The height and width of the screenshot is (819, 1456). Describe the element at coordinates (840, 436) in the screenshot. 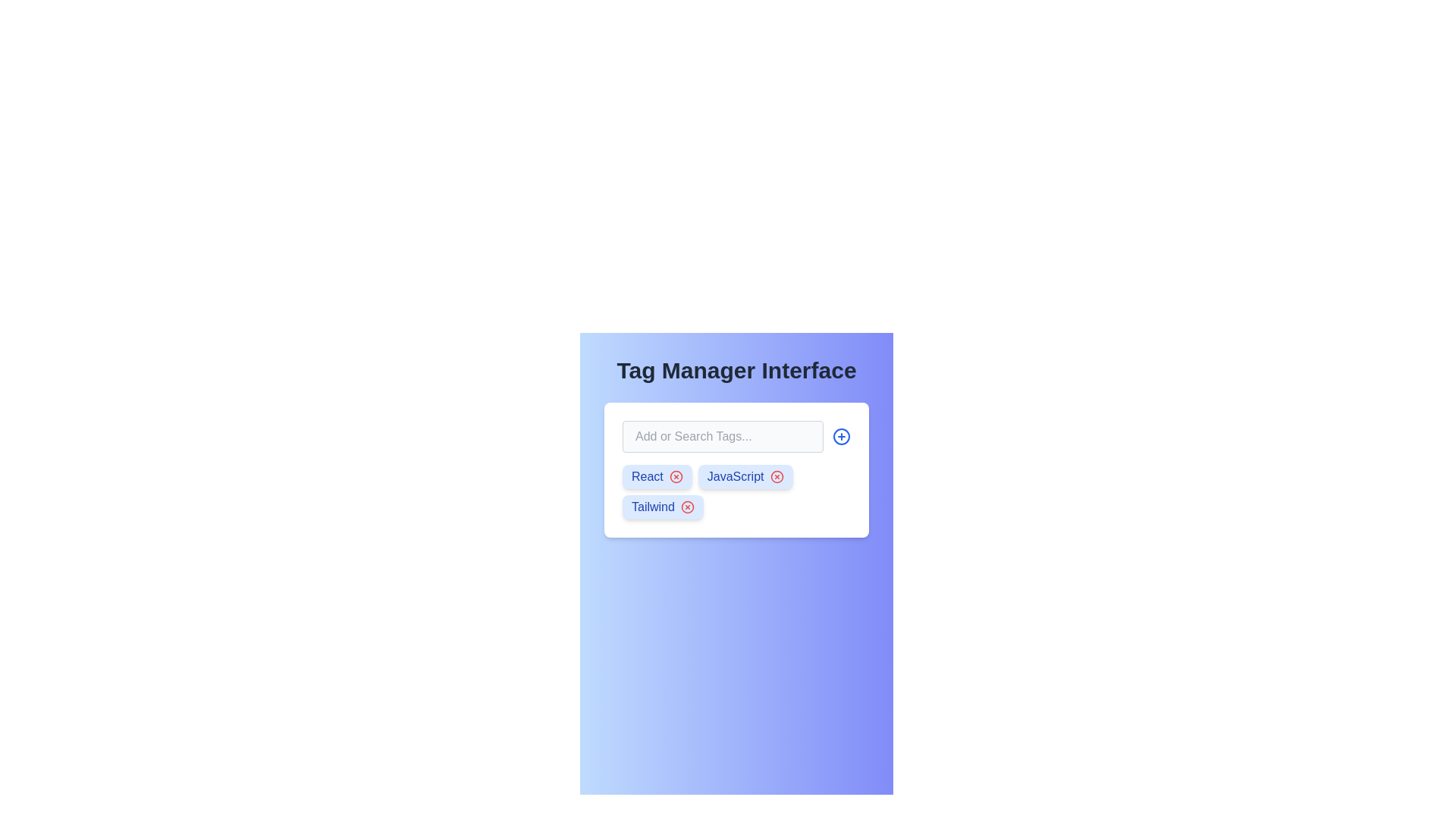

I see `the SVG circle indicating the addition of new items, located in the top right corner of the input field for tags` at that location.